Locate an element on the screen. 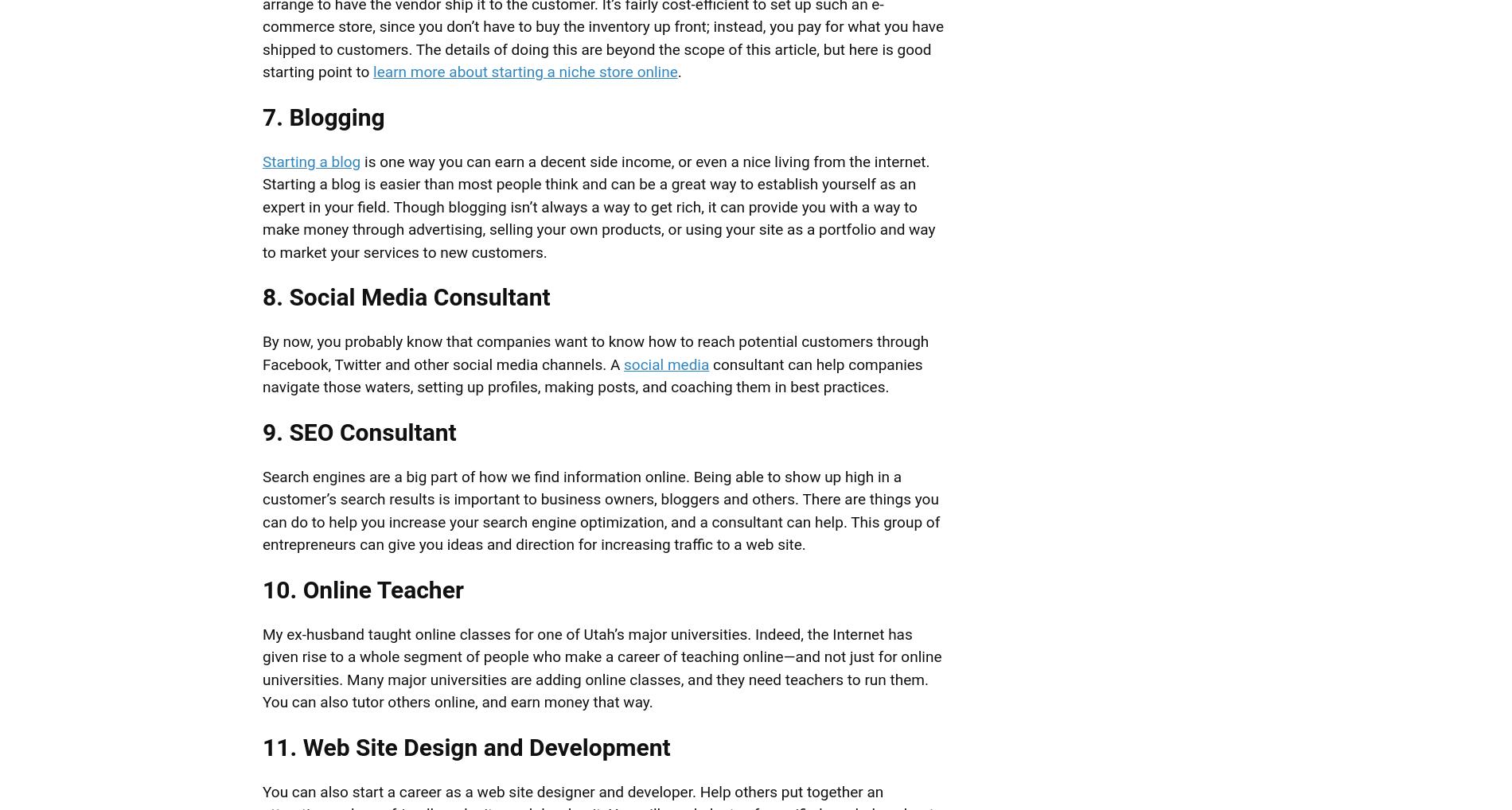  'is one way you can earn a decent side income, or even a nice living from the internet. Starting a blog is easier than most people think and can be a great way to establish yourself as an expert in your field. Though blogging isn’t always a way to get rich, it can provide you with a way to make money through advertising, selling your own products, or using your site as a portfolio and way to market your services to new customers.' is located at coordinates (598, 206).